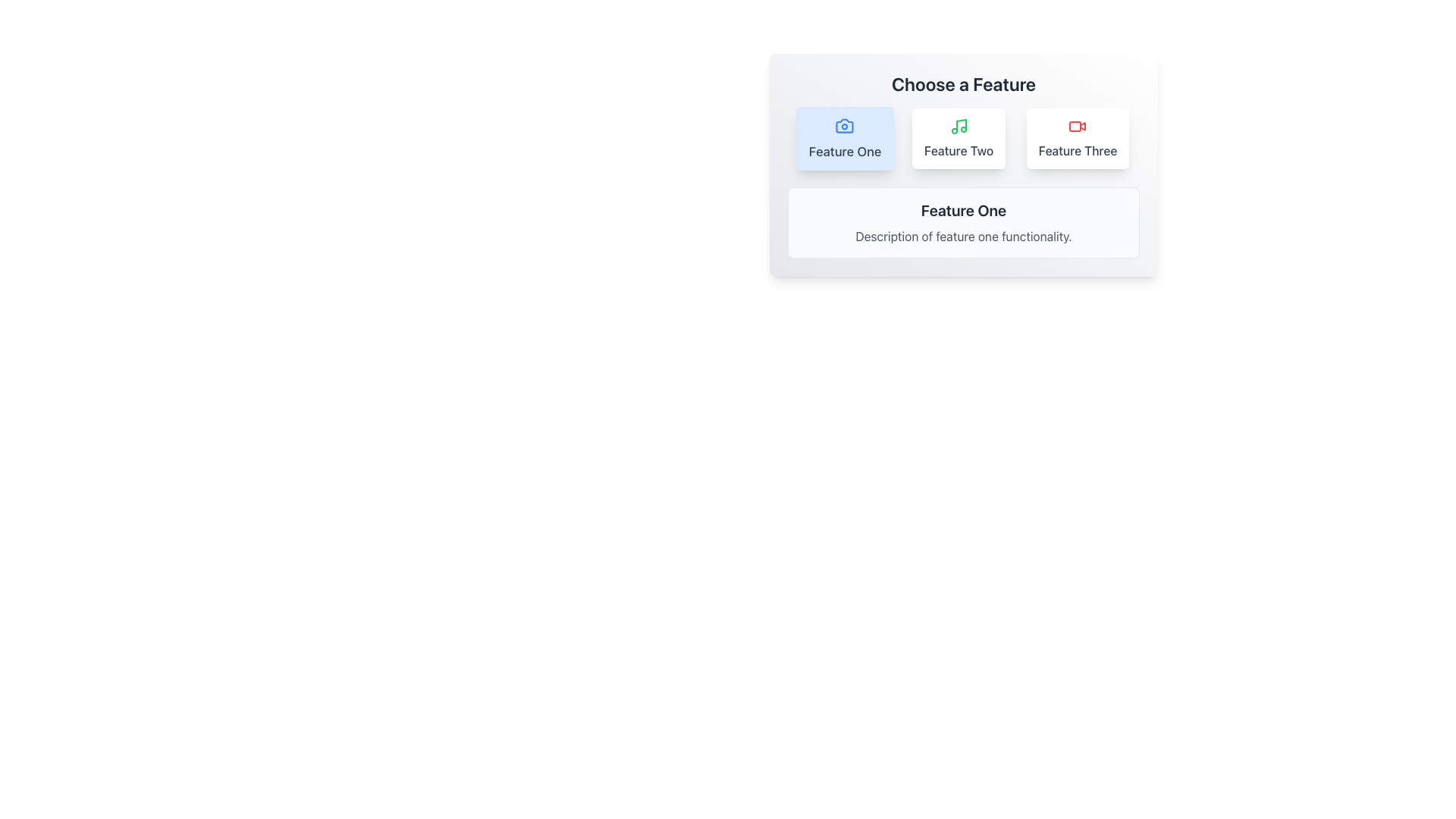 The width and height of the screenshot is (1456, 819). Describe the element at coordinates (963, 210) in the screenshot. I see `the title text element that serves as a heading for the descriptive content about 'Feature One', located at the center of the rectangular bordered area` at that location.